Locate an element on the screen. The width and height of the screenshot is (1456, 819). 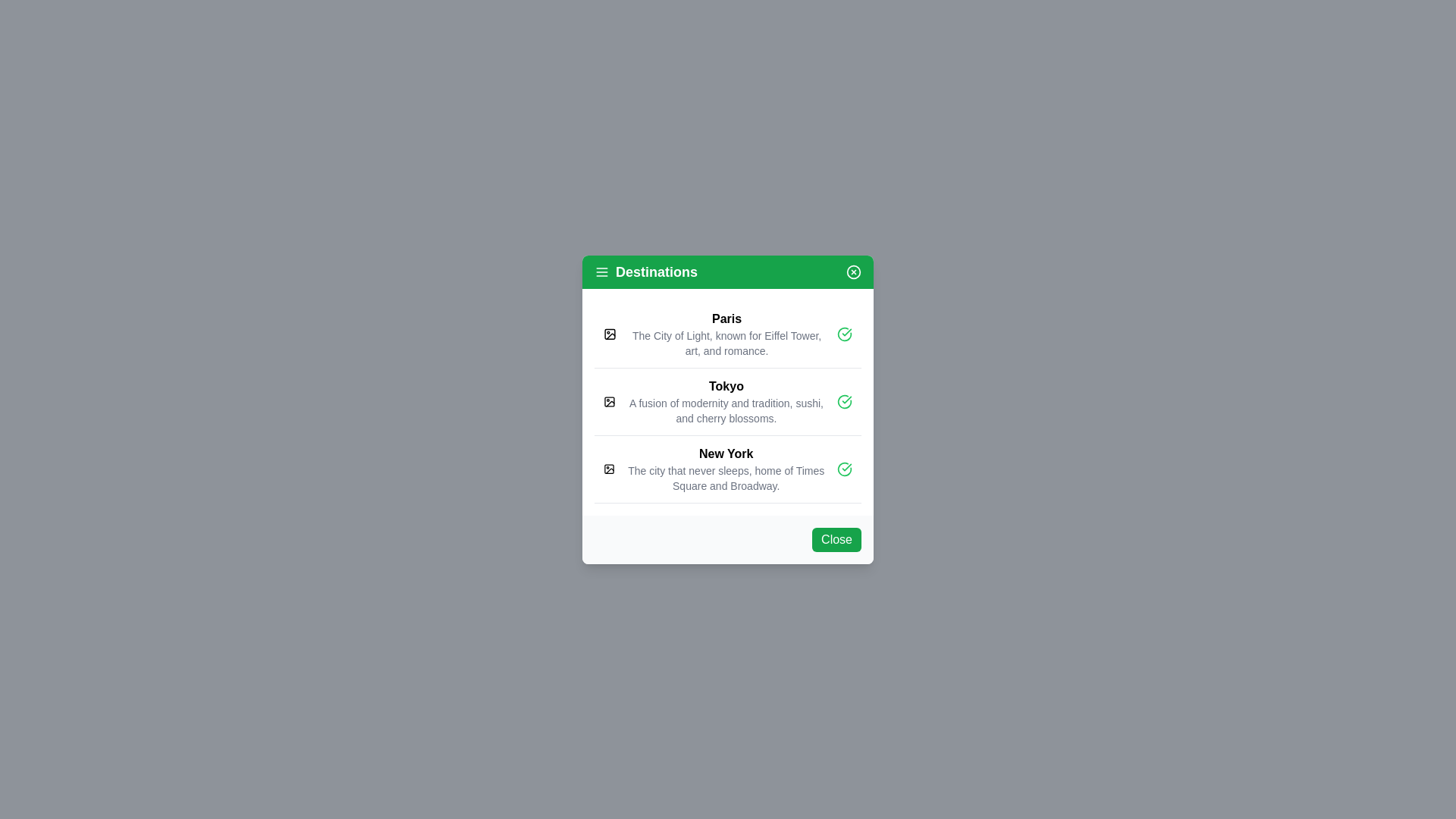
the static text element that provides additional information about the destination 'Paris', located below the main text in the first item of the vertical list is located at coordinates (726, 343).